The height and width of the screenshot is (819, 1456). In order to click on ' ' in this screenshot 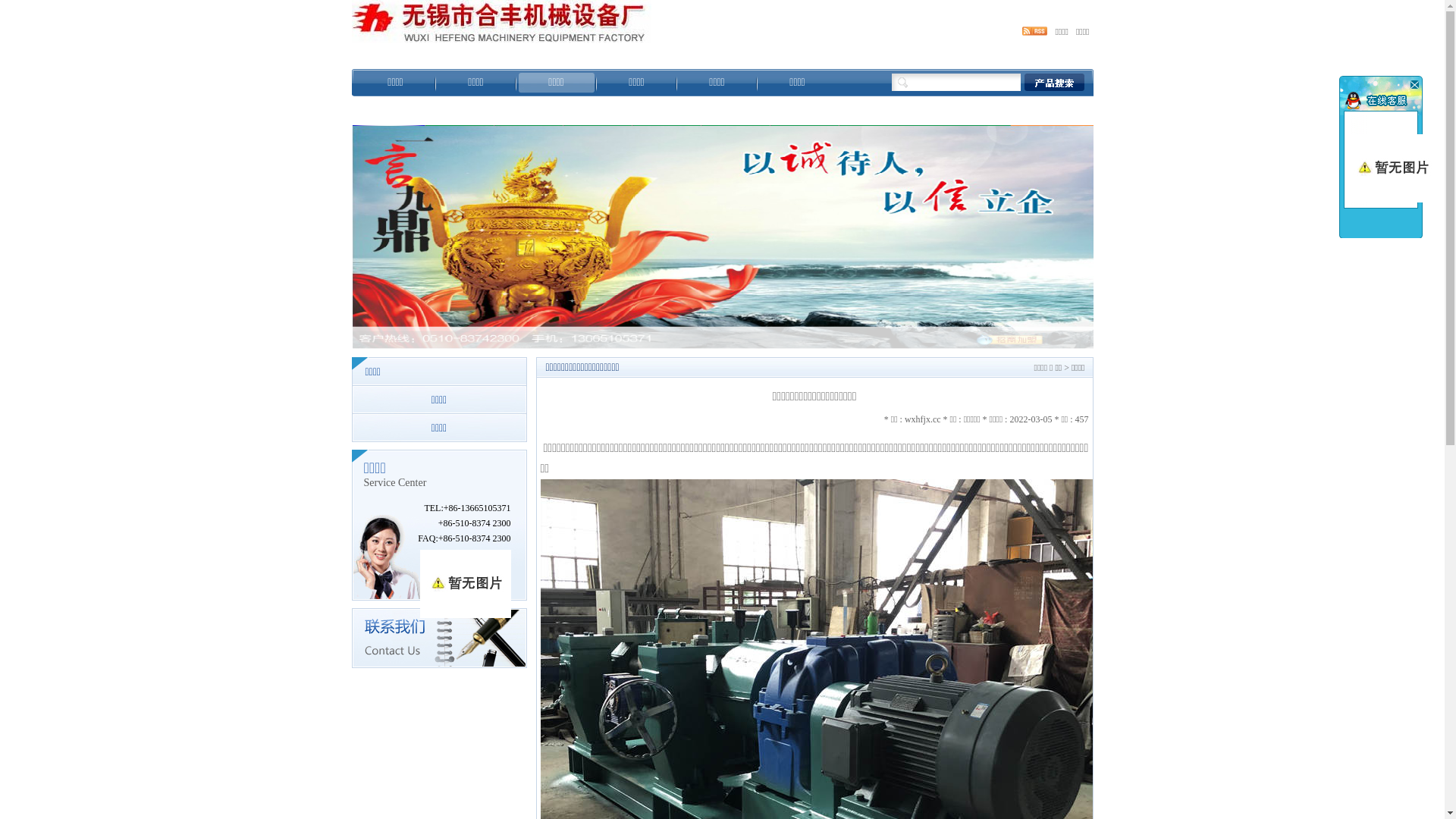, I will do `click(1404, 84)`.